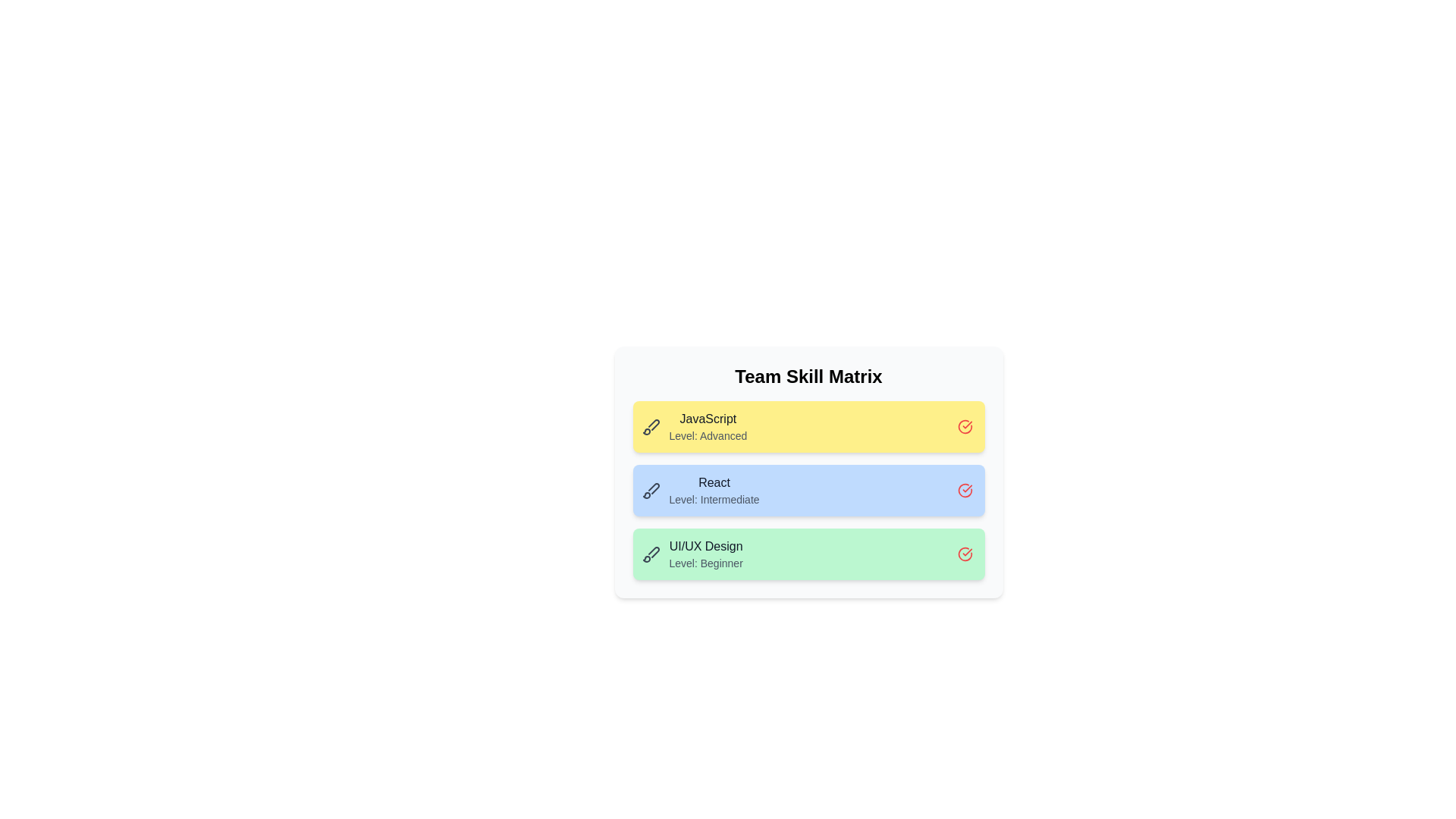 The height and width of the screenshot is (819, 1456). Describe the element at coordinates (964, 554) in the screenshot. I see `the skill UI/UX Design from the list` at that location.